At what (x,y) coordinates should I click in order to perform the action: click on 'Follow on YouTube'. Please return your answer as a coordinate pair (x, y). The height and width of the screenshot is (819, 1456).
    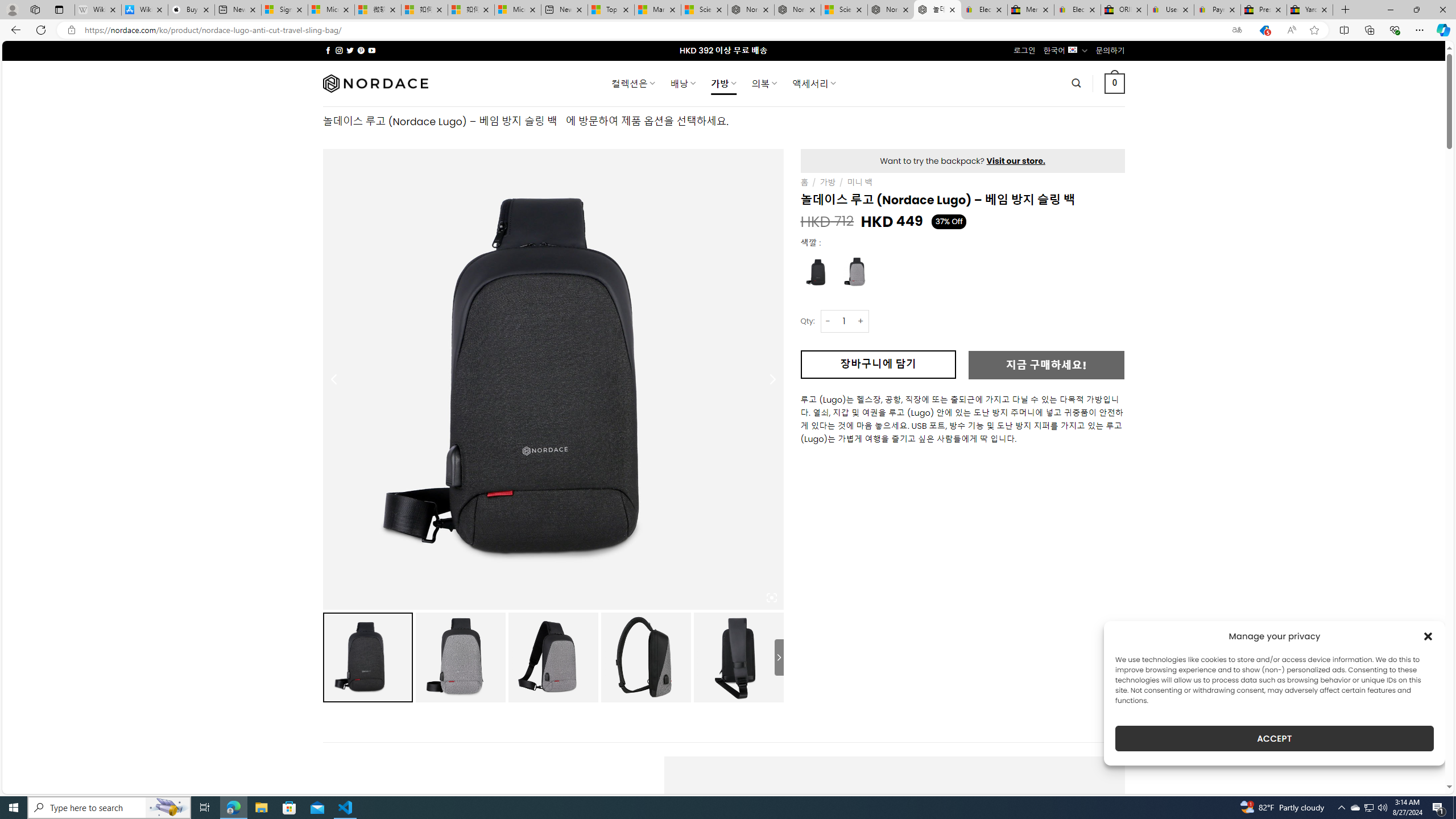
    Looking at the image, I should click on (371, 50).